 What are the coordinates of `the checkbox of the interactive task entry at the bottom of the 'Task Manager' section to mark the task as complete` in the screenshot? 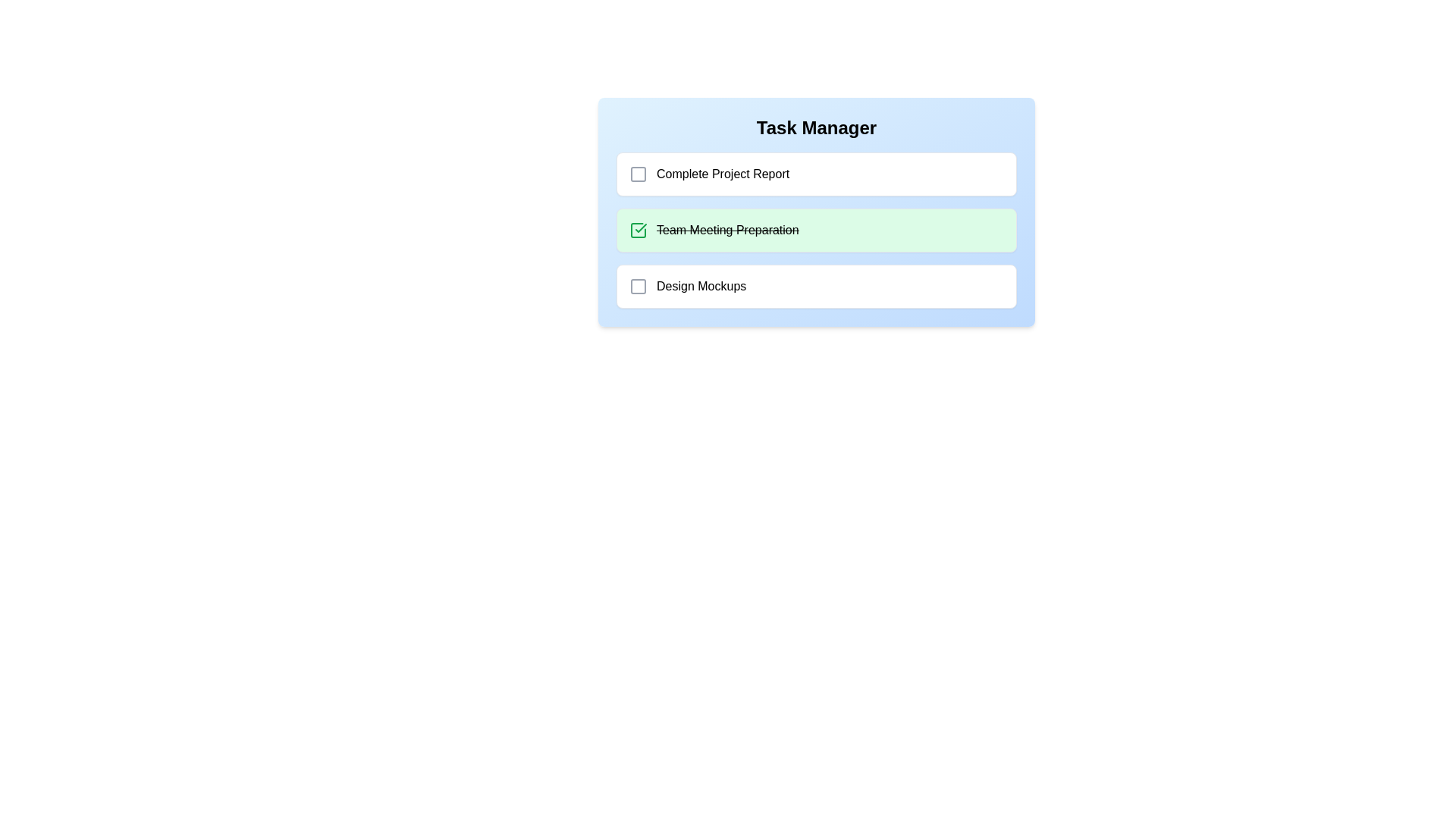 It's located at (815, 287).